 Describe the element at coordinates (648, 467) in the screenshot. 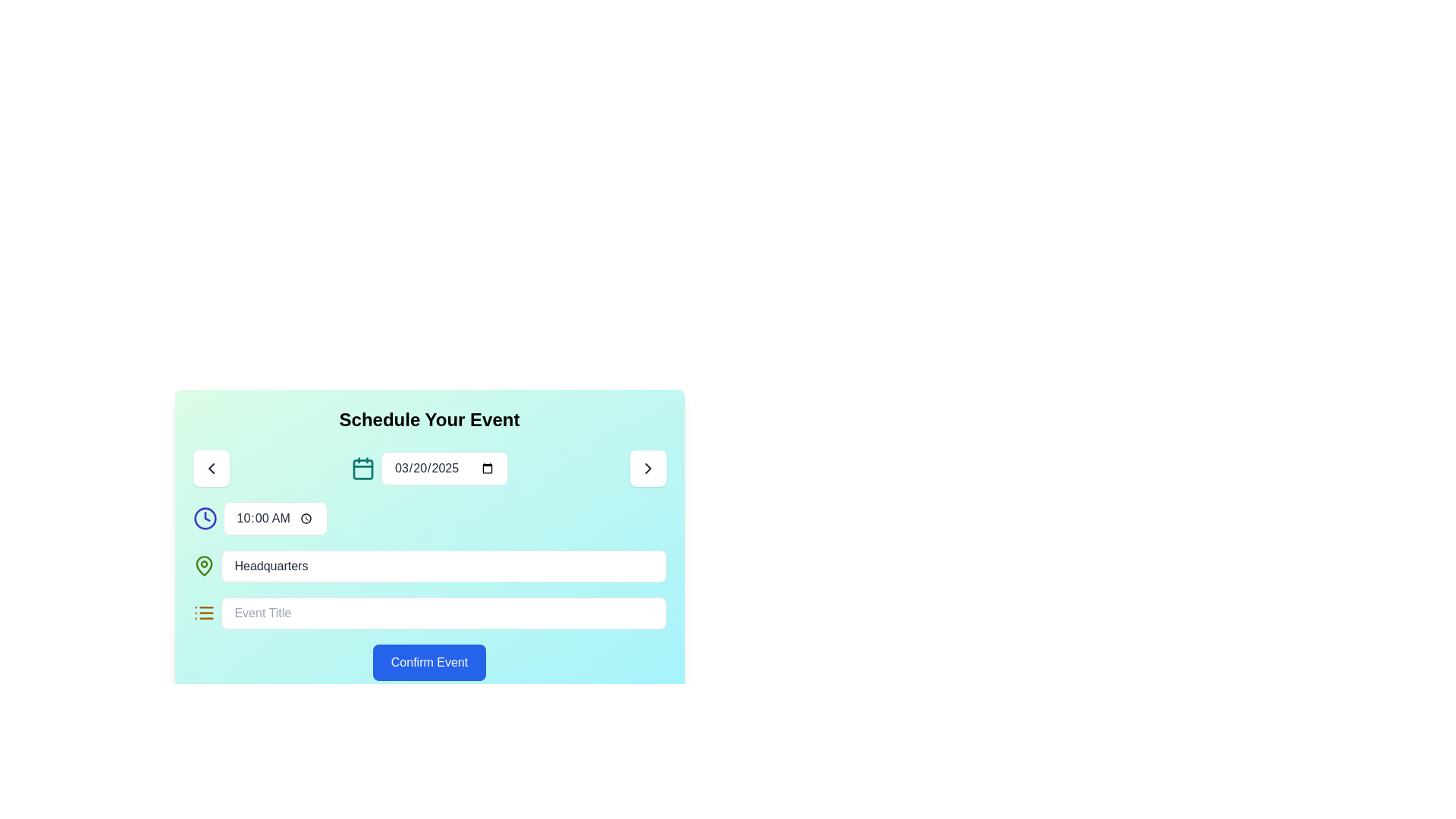

I see `the navigation button located at the far right of the top row, which is aligned with a date input field and calendar icon` at that location.